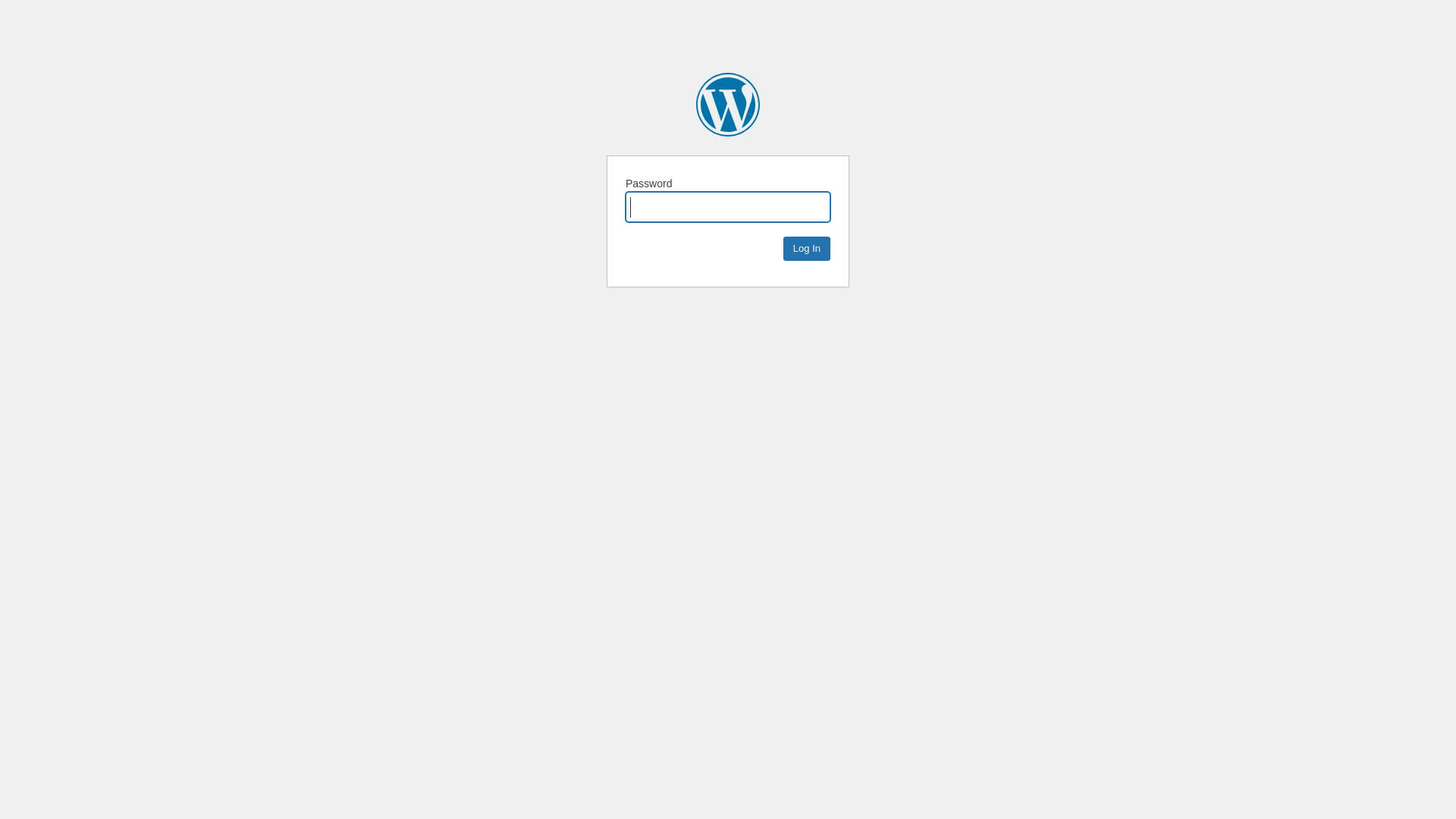 Image resolution: width=1456 pixels, height=819 pixels. What do you see at coordinates (806, 247) in the screenshot?
I see `'Log In'` at bounding box center [806, 247].